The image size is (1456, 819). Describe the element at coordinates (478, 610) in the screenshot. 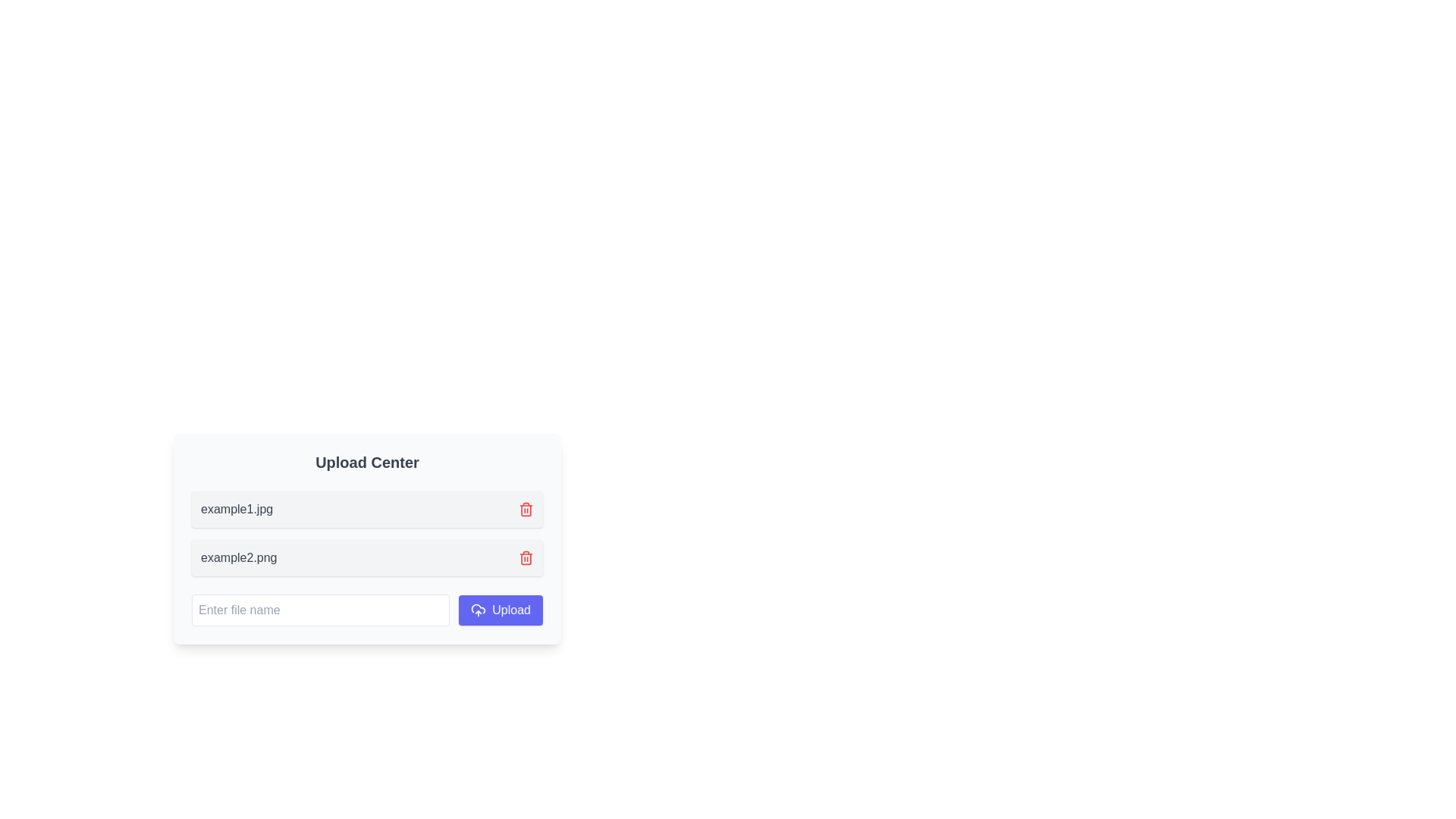

I see `the cloud upload icon located` at that location.